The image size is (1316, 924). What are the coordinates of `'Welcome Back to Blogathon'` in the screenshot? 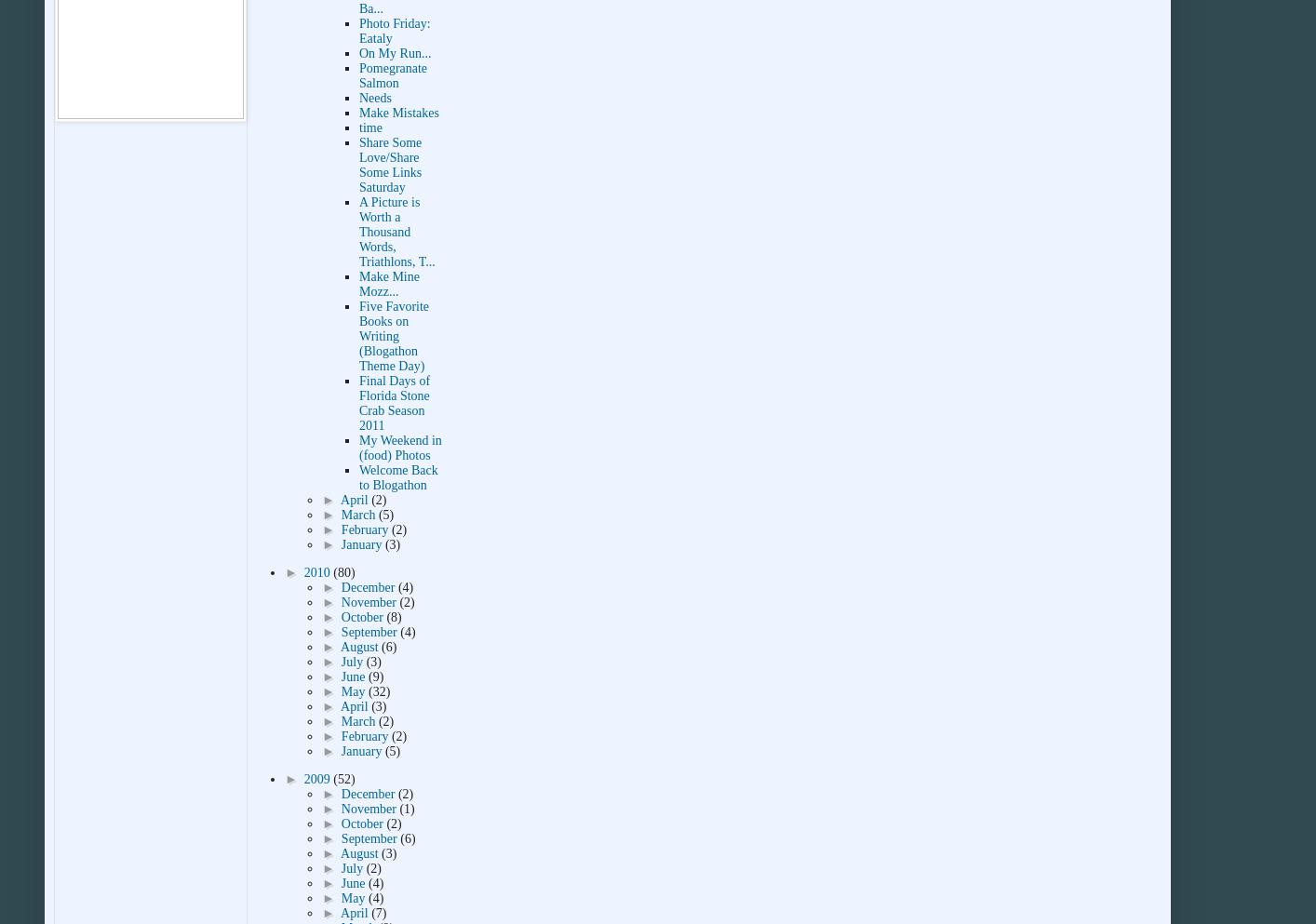 It's located at (359, 477).